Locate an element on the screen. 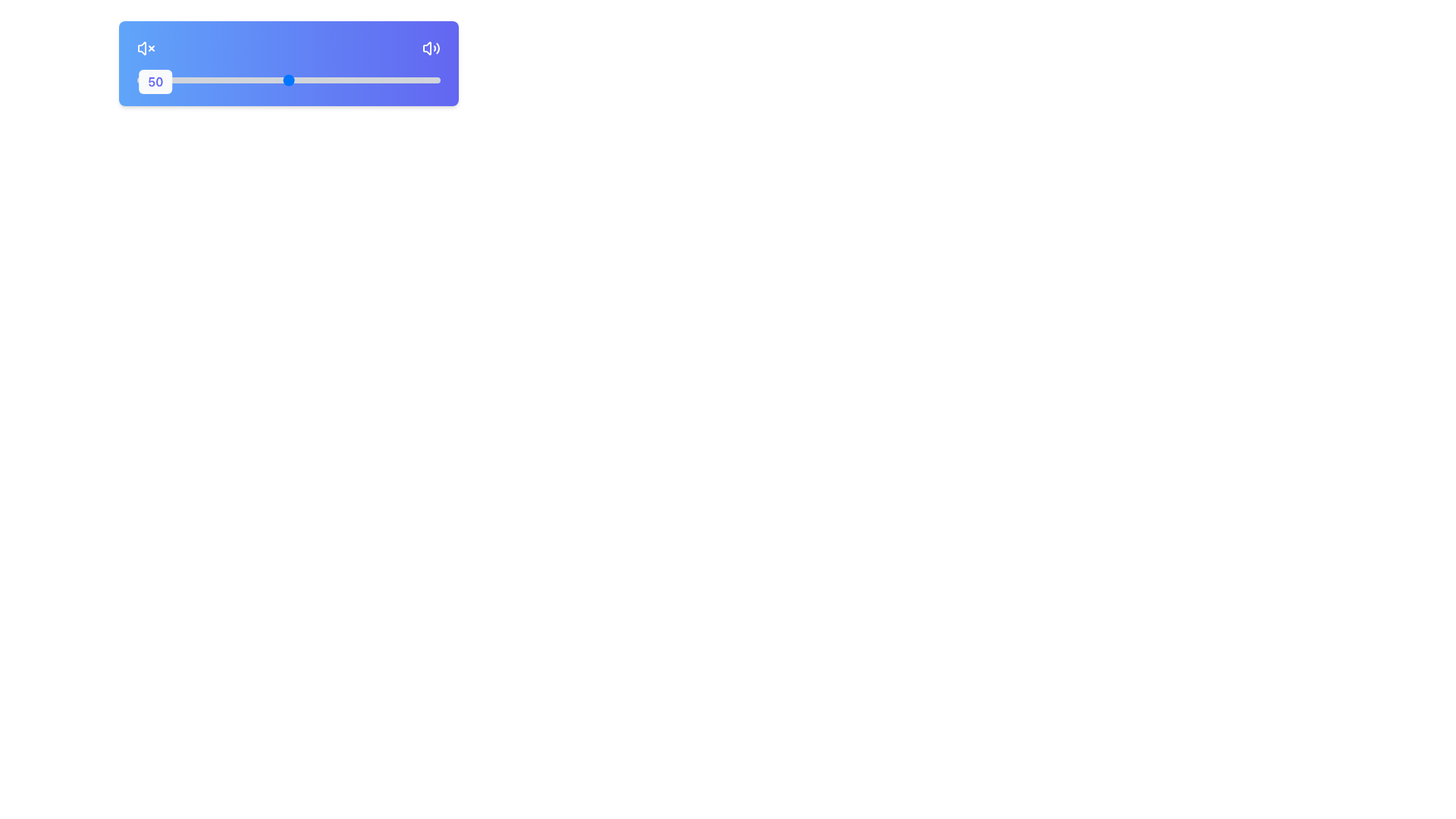 This screenshot has width=1456, height=819. the label displaying '50' in a bold indigo-blue font, which is a small rectangular label with rounded corners located above the slider track is located at coordinates (155, 82).